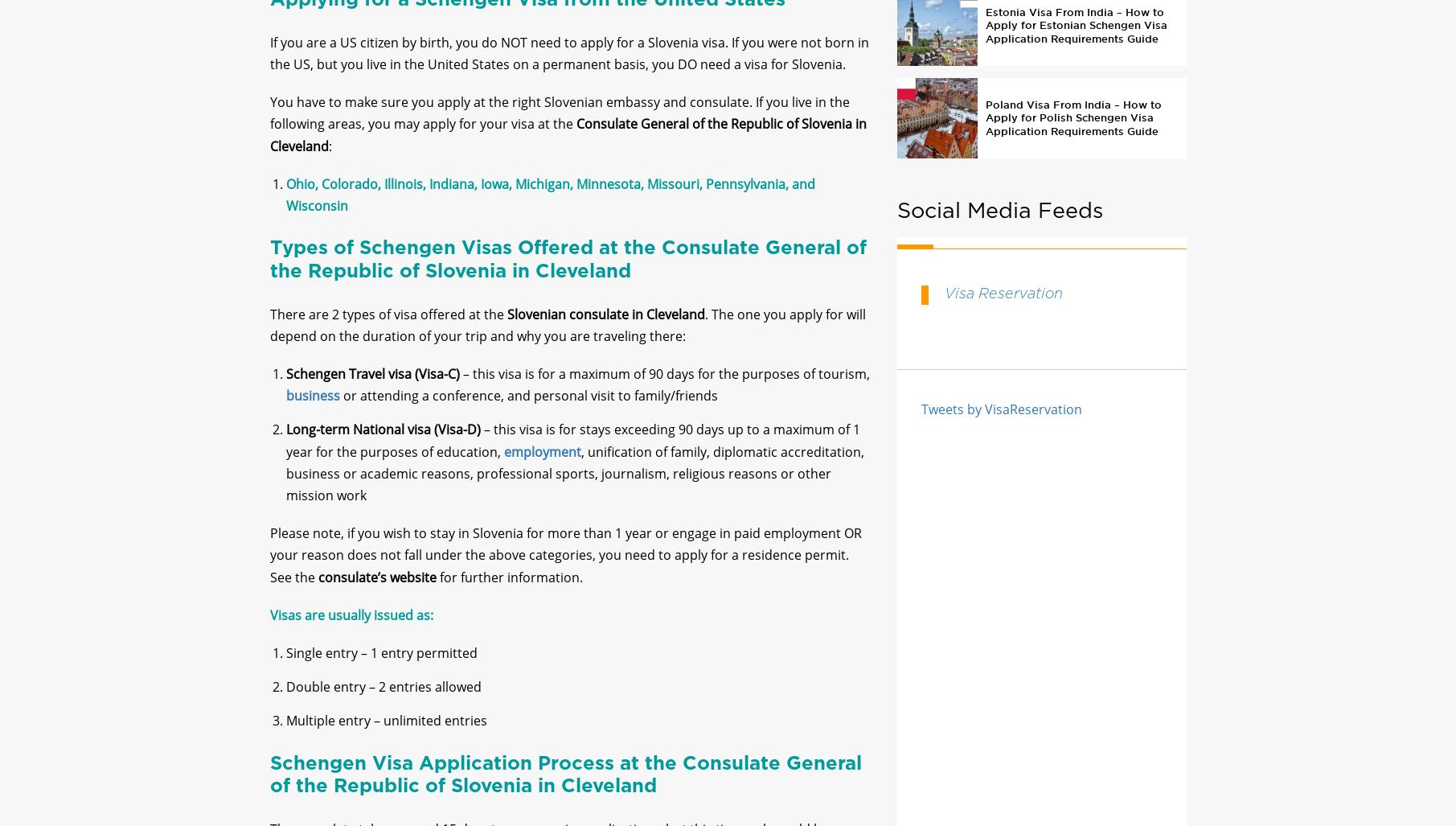 The image size is (1456, 826). Describe the element at coordinates (565, 787) in the screenshot. I see `'Schengen Visa Application Process at the Consulate General of the Republic of Slovenia in Cleveland'` at that location.